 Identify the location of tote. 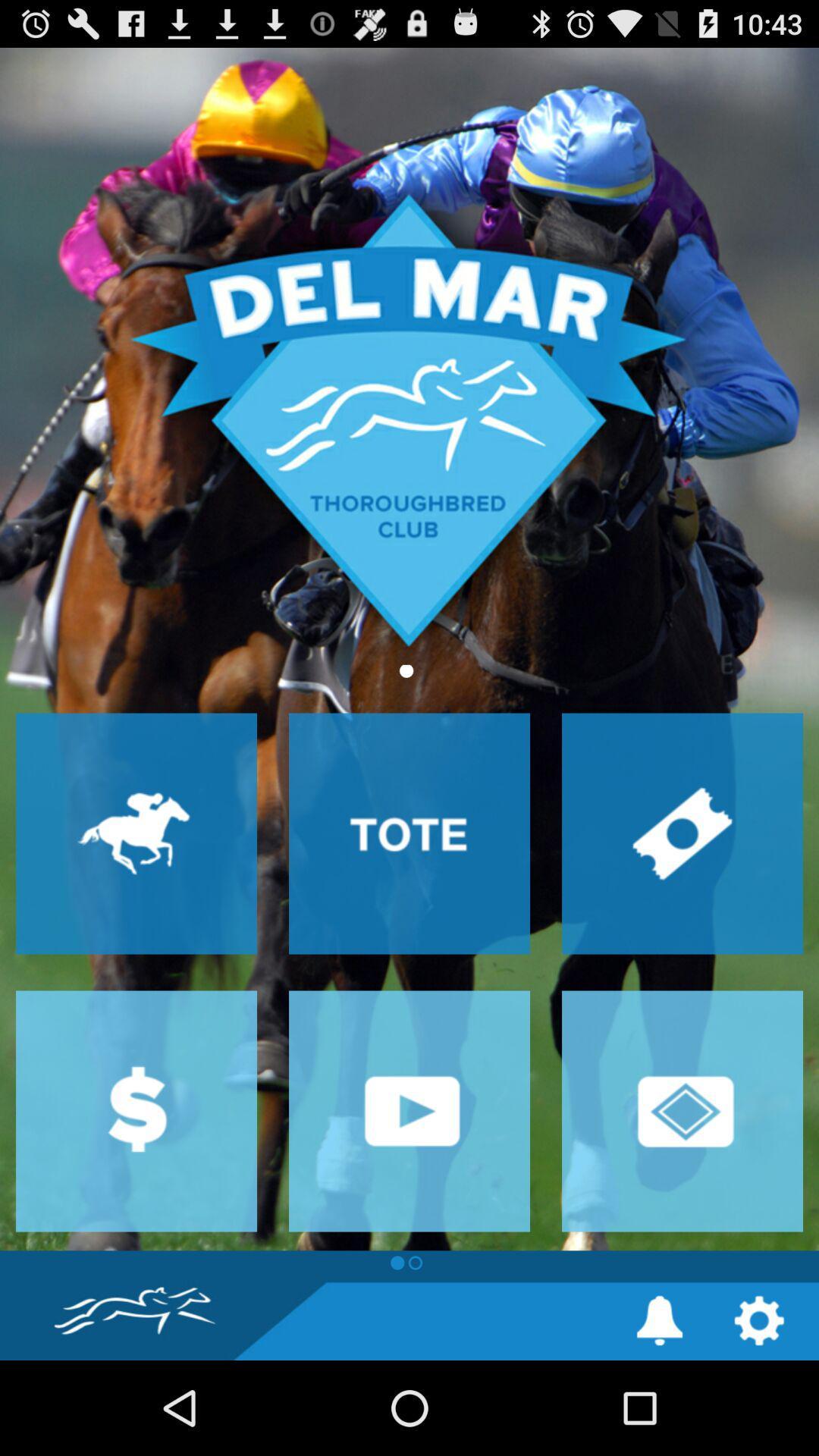
(409, 833).